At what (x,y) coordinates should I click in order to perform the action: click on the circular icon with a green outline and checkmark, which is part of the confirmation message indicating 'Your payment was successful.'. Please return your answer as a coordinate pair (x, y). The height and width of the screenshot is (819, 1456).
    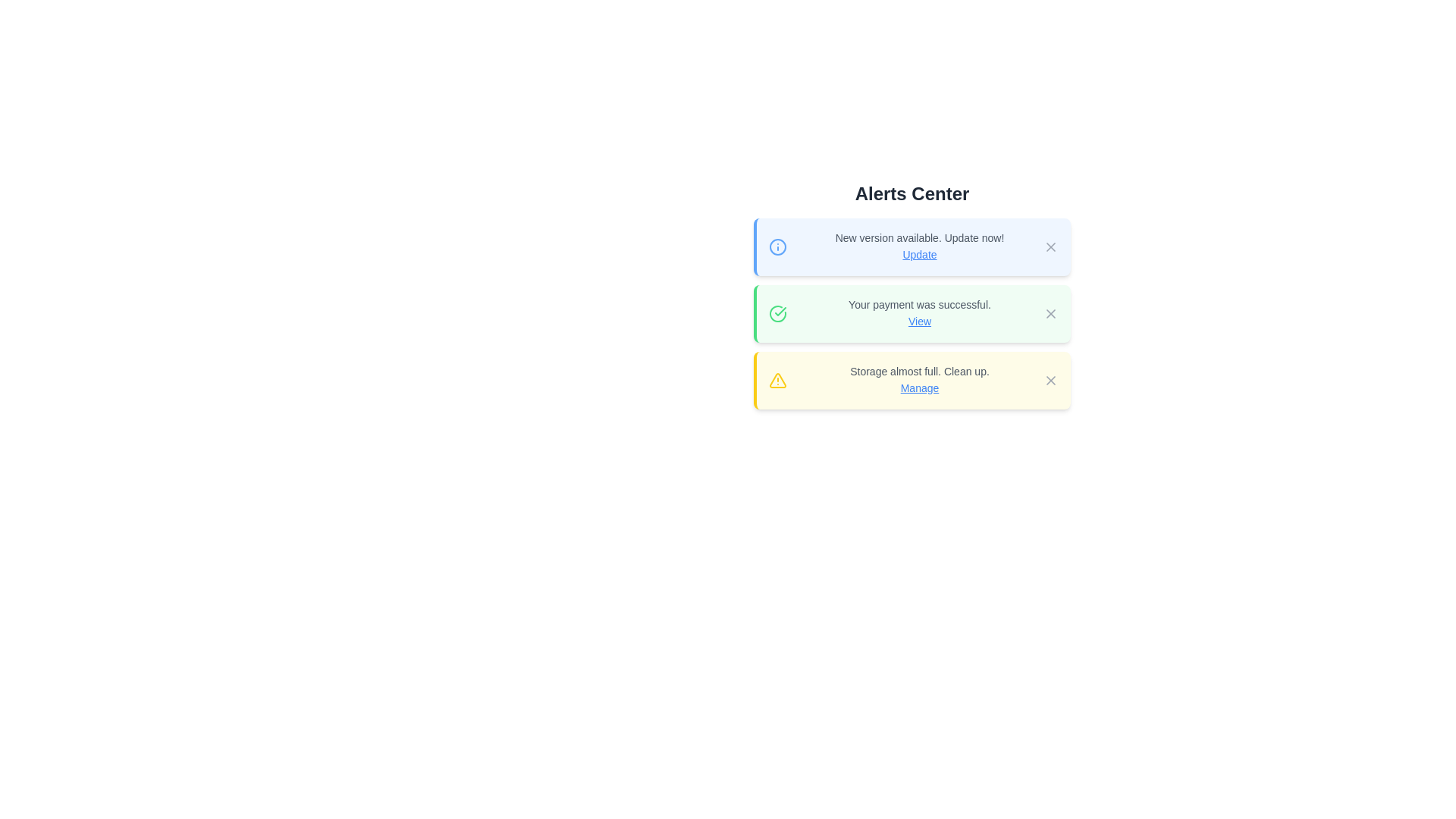
    Looking at the image, I should click on (778, 312).